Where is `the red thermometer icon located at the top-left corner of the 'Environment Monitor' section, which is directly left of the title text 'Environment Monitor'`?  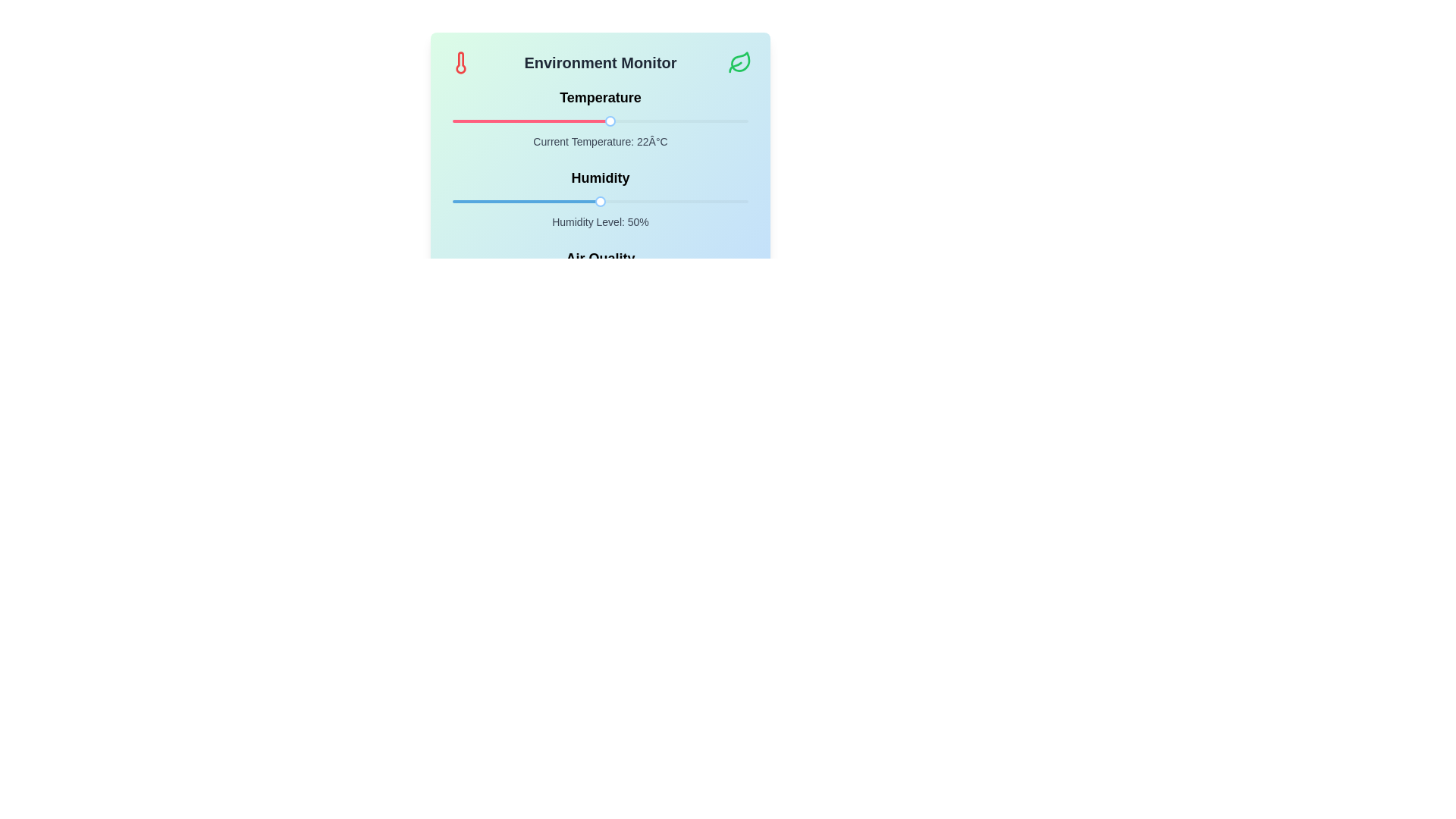 the red thermometer icon located at the top-left corner of the 'Environment Monitor' section, which is directly left of the title text 'Environment Monitor' is located at coordinates (460, 62).